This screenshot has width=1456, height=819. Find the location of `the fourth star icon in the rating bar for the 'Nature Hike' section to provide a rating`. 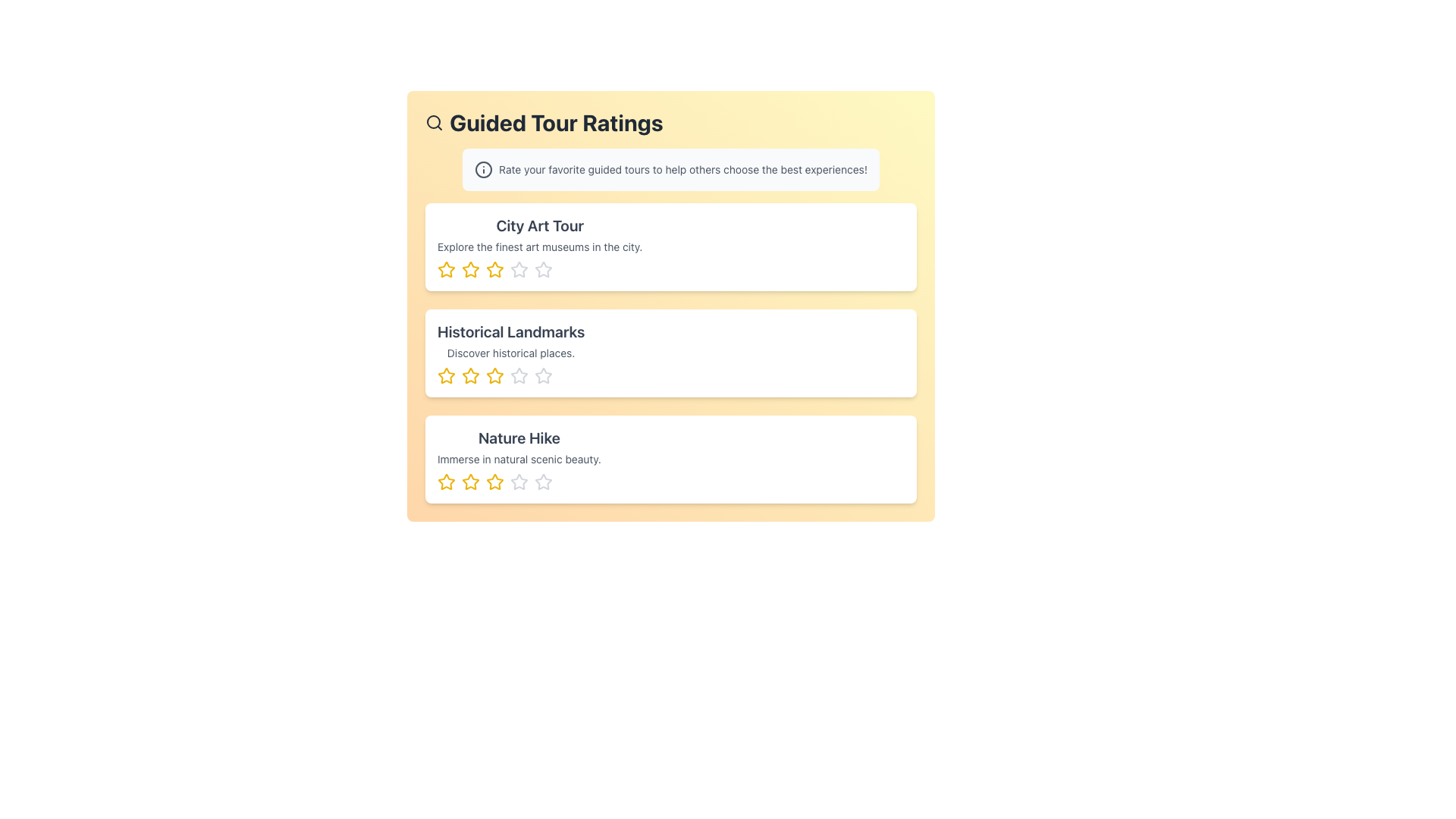

the fourth star icon in the rating bar for the 'Nature Hike' section to provide a rating is located at coordinates (519, 482).